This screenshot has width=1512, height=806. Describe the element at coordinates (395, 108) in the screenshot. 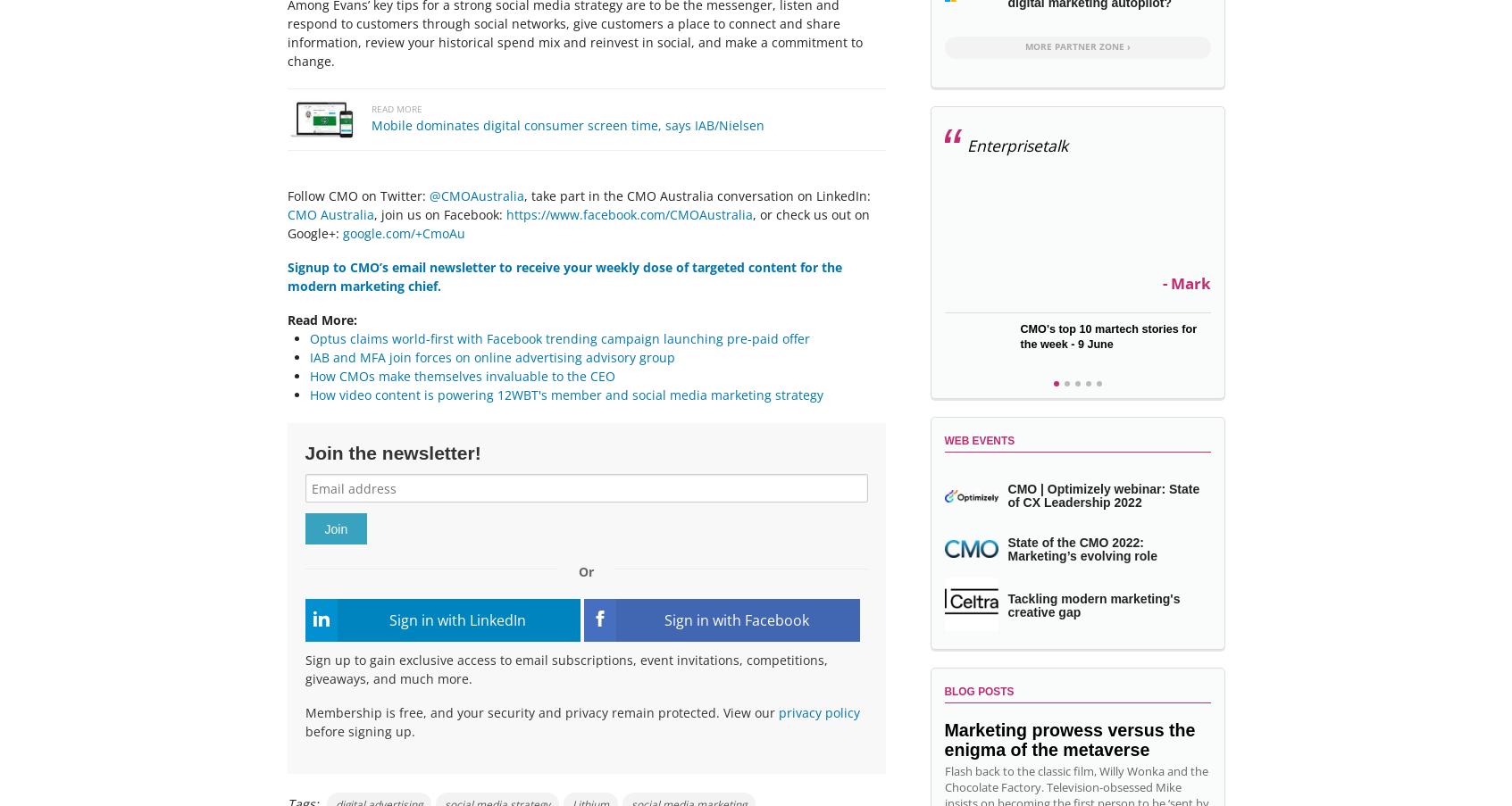

I see `'Read more'` at that location.